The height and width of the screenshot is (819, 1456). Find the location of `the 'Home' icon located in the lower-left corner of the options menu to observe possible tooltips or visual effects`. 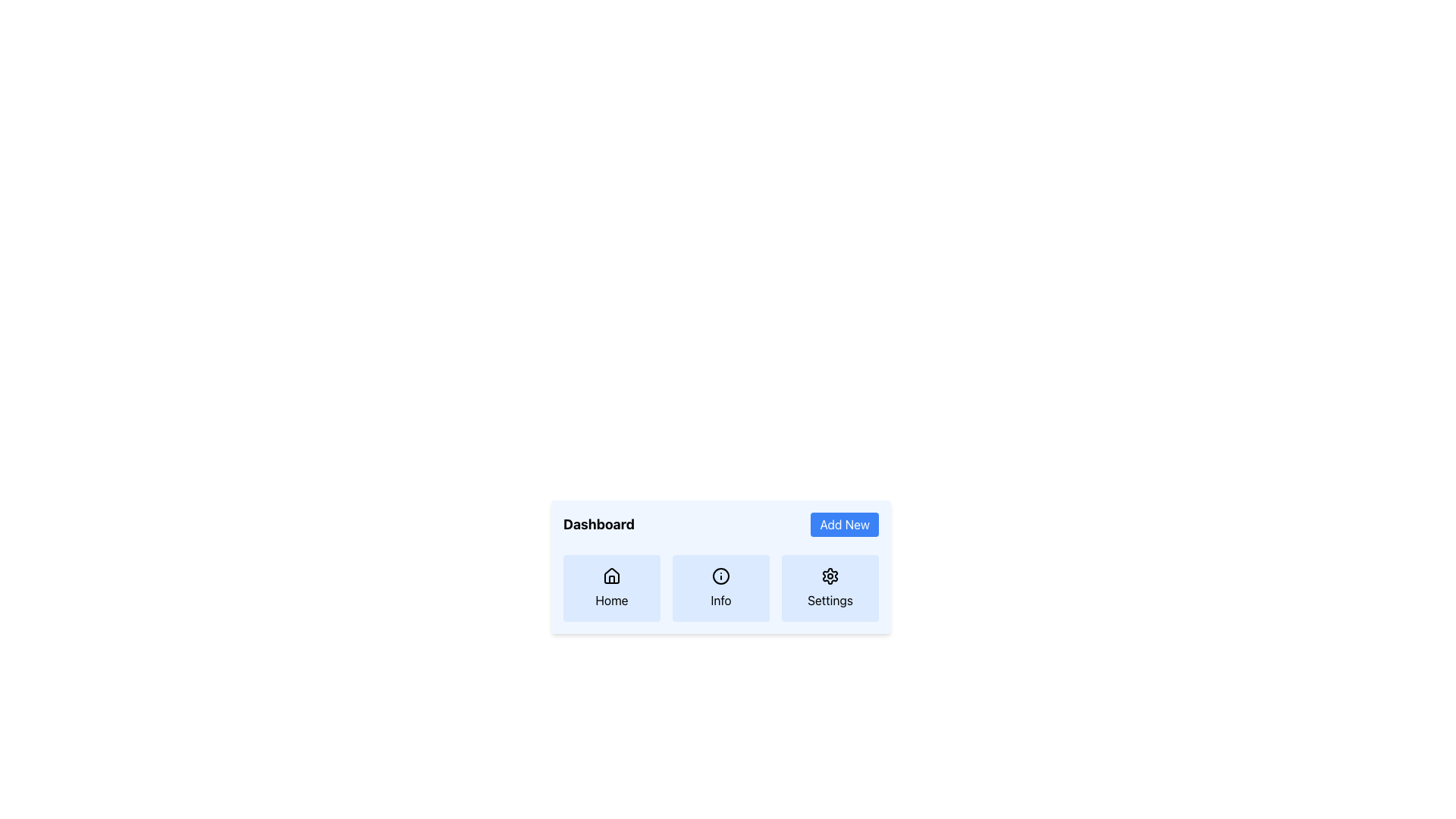

the 'Home' icon located in the lower-left corner of the options menu to observe possible tooltips or visual effects is located at coordinates (611, 576).